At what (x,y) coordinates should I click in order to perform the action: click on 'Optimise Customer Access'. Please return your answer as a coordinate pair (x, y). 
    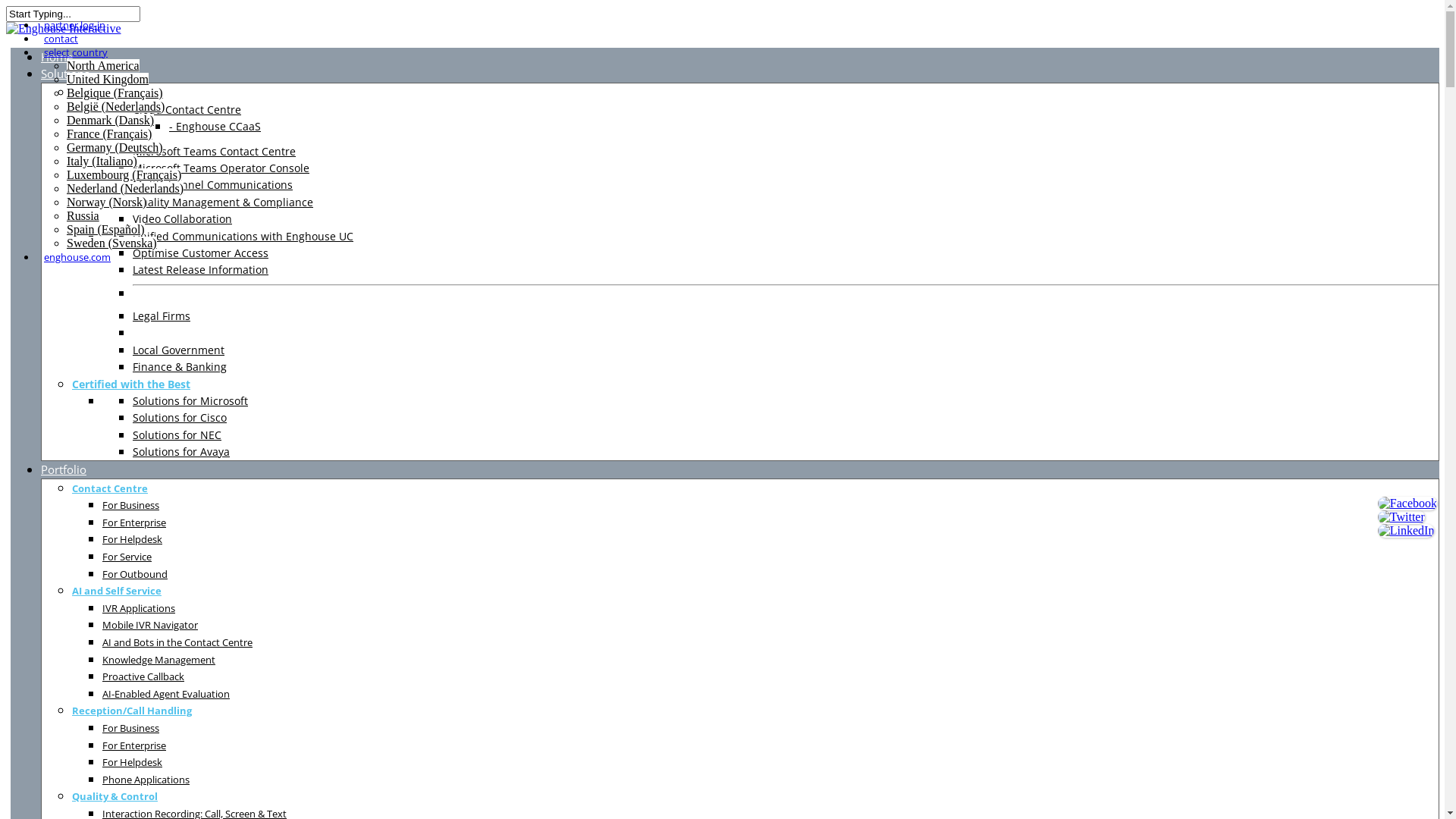
    Looking at the image, I should click on (199, 252).